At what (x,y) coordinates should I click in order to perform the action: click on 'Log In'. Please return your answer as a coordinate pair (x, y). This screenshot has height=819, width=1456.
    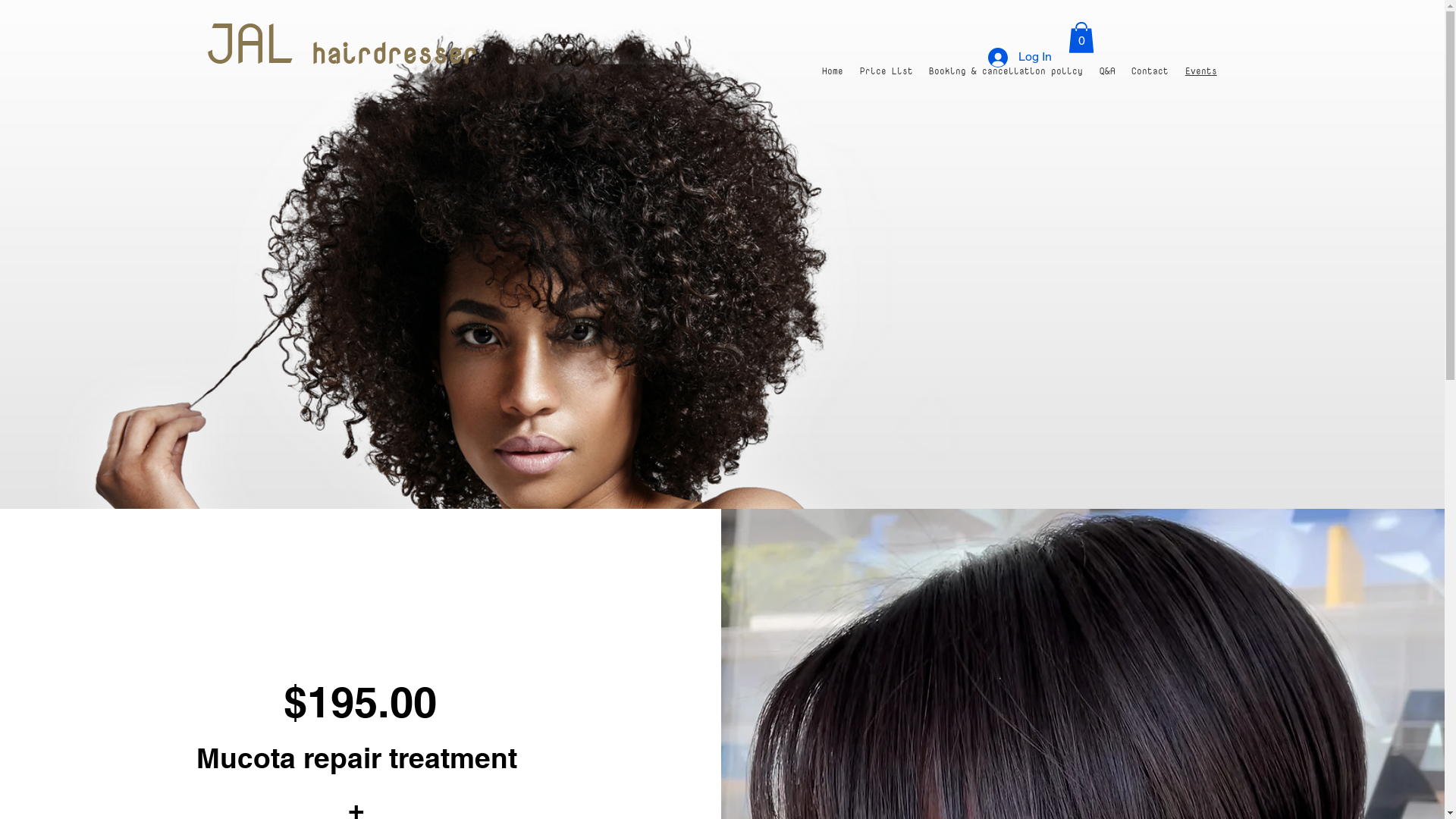
    Looking at the image, I should click on (1019, 57).